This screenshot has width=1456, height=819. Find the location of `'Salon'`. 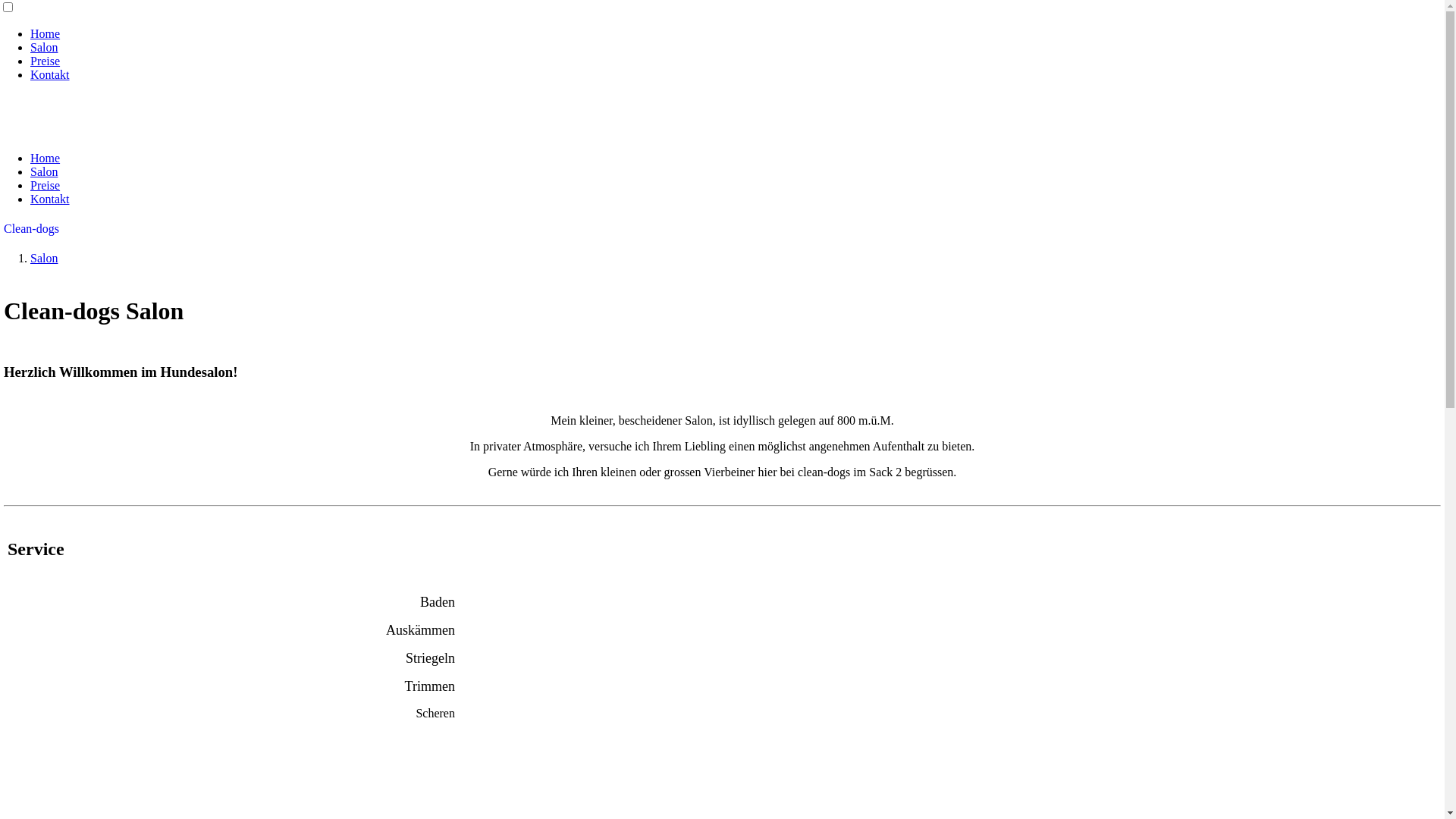

'Salon' is located at coordinates (43, 46).